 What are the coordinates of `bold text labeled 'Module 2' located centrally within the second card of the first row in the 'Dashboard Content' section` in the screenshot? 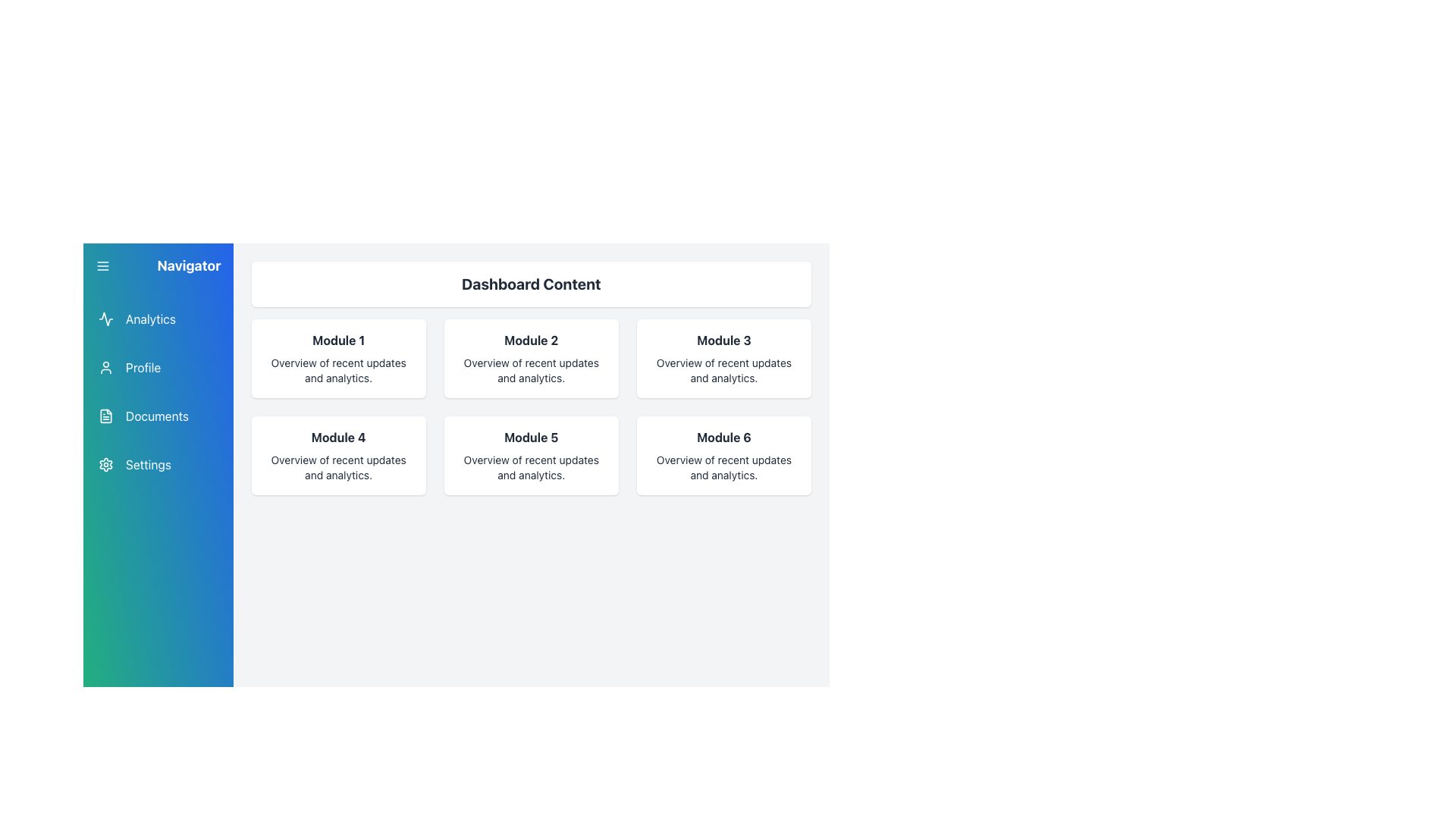 It's located at (531, 339).